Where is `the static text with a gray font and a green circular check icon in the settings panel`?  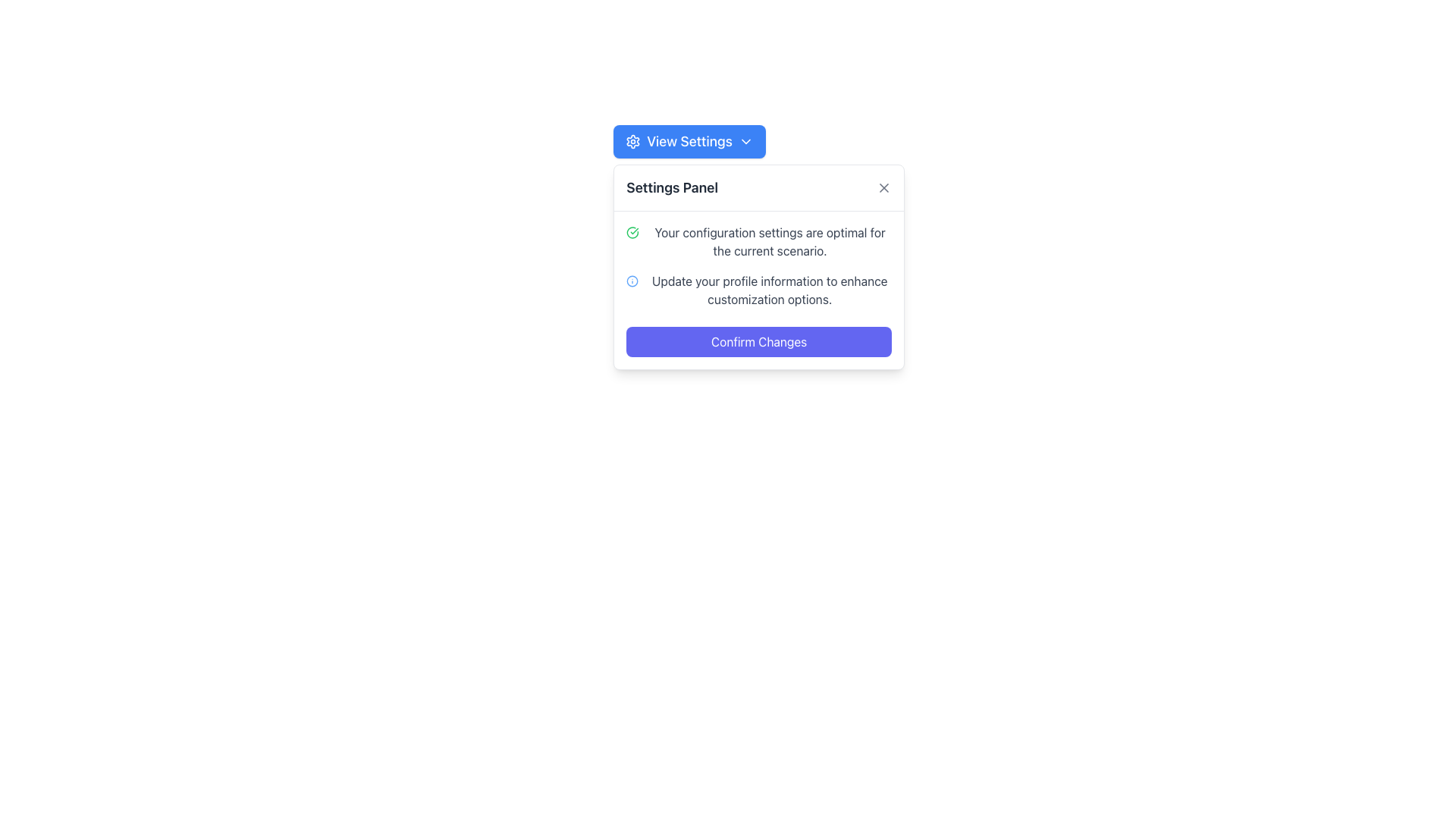
the static text with a gray font and a green circular check icon in the settings panel is located at coordinates (759, 241).